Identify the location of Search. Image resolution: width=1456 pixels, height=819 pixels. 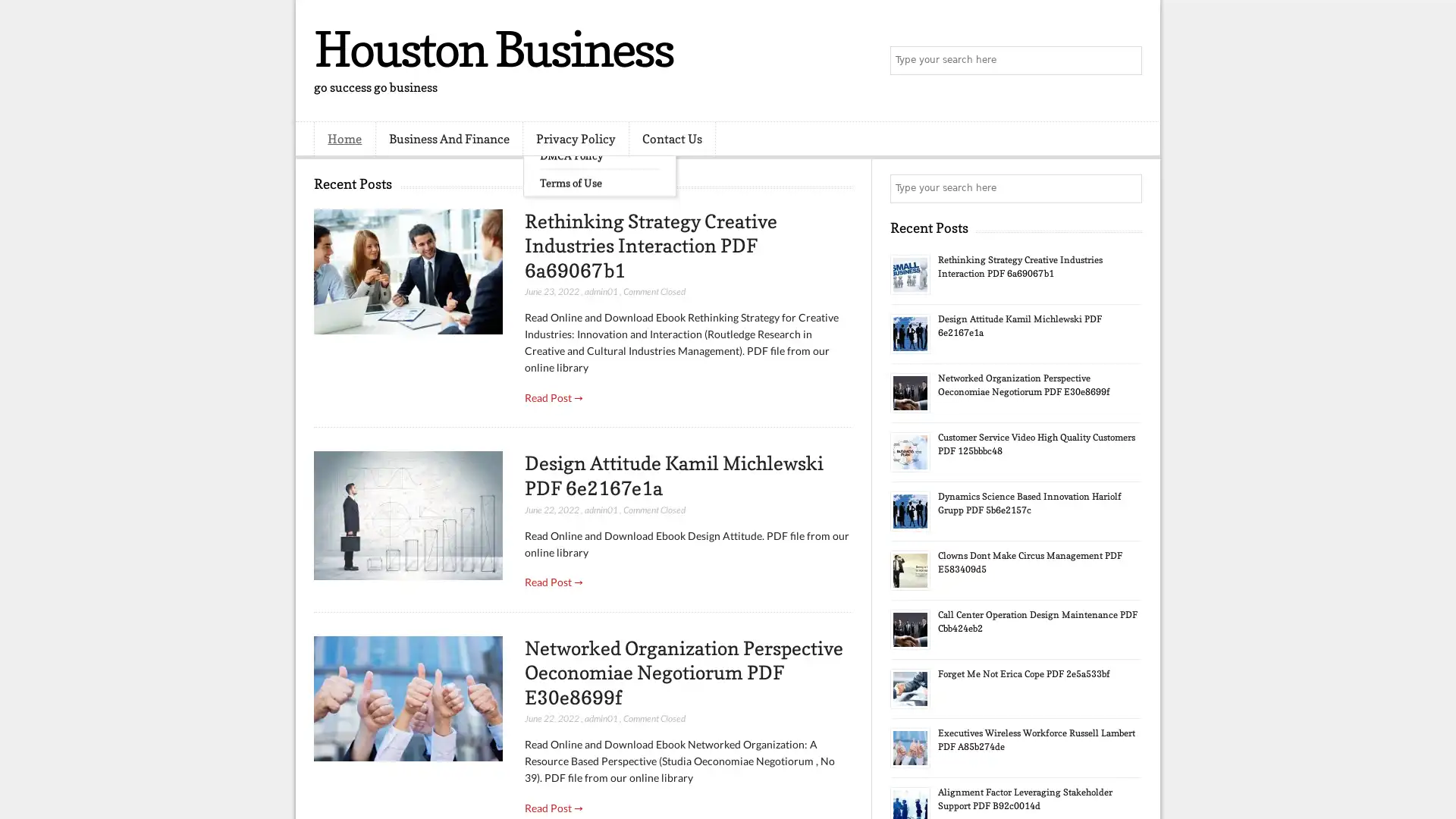
(1126, 61).